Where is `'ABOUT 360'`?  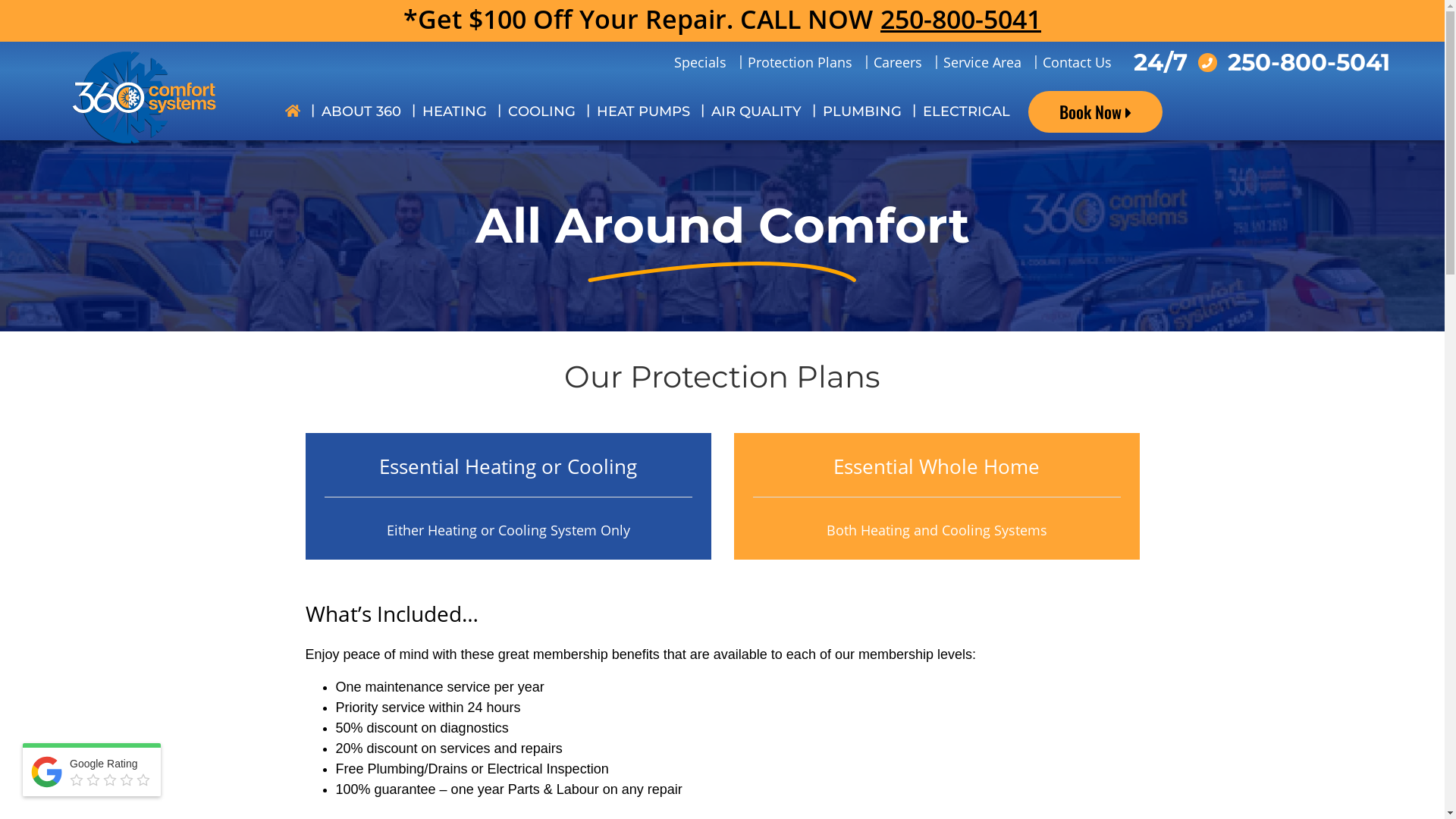
'ABOUT 360' is located at coordinates (309, 111).